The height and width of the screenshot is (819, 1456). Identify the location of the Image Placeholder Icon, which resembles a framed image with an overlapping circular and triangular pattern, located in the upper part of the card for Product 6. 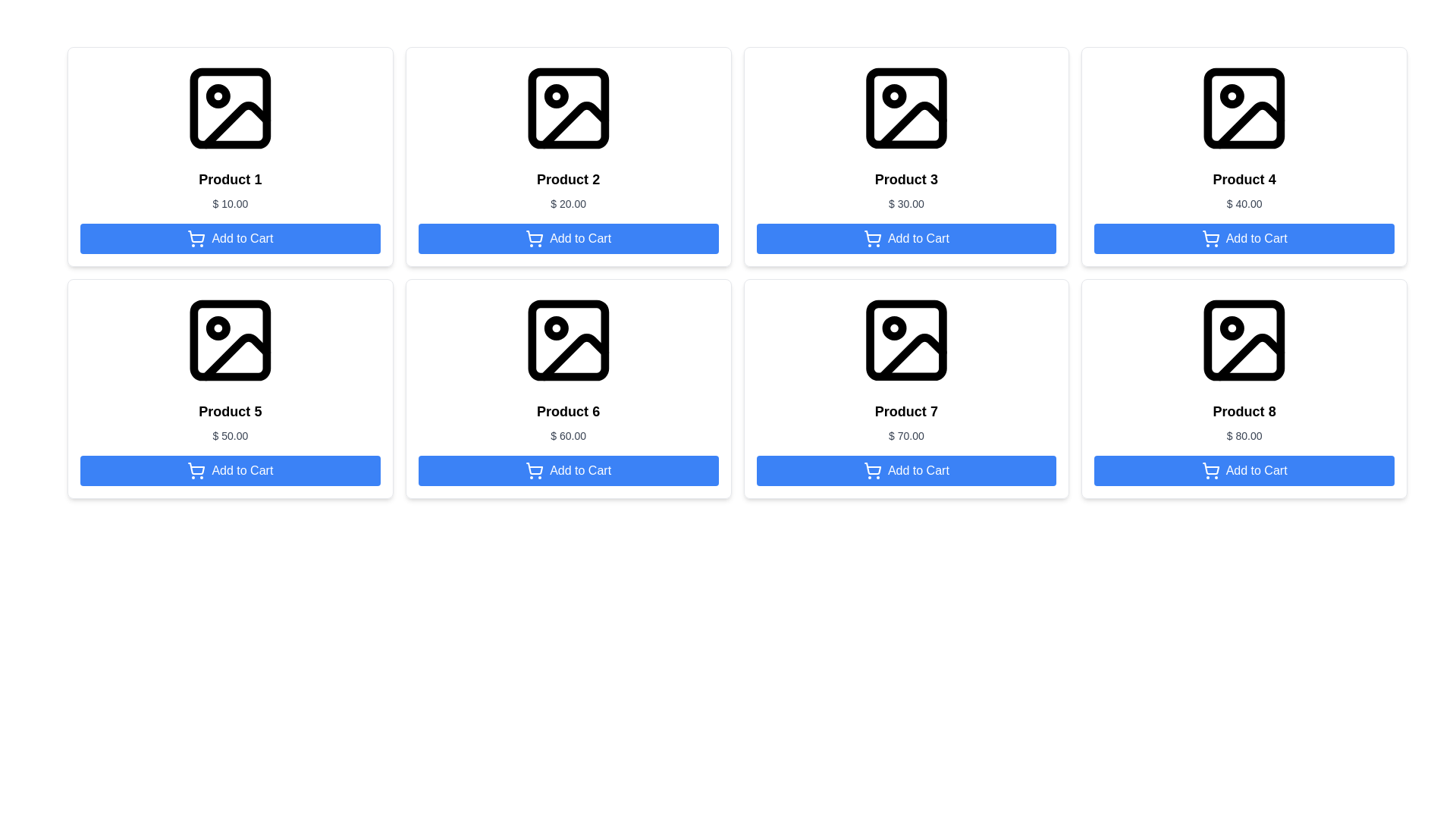
(567, 339).